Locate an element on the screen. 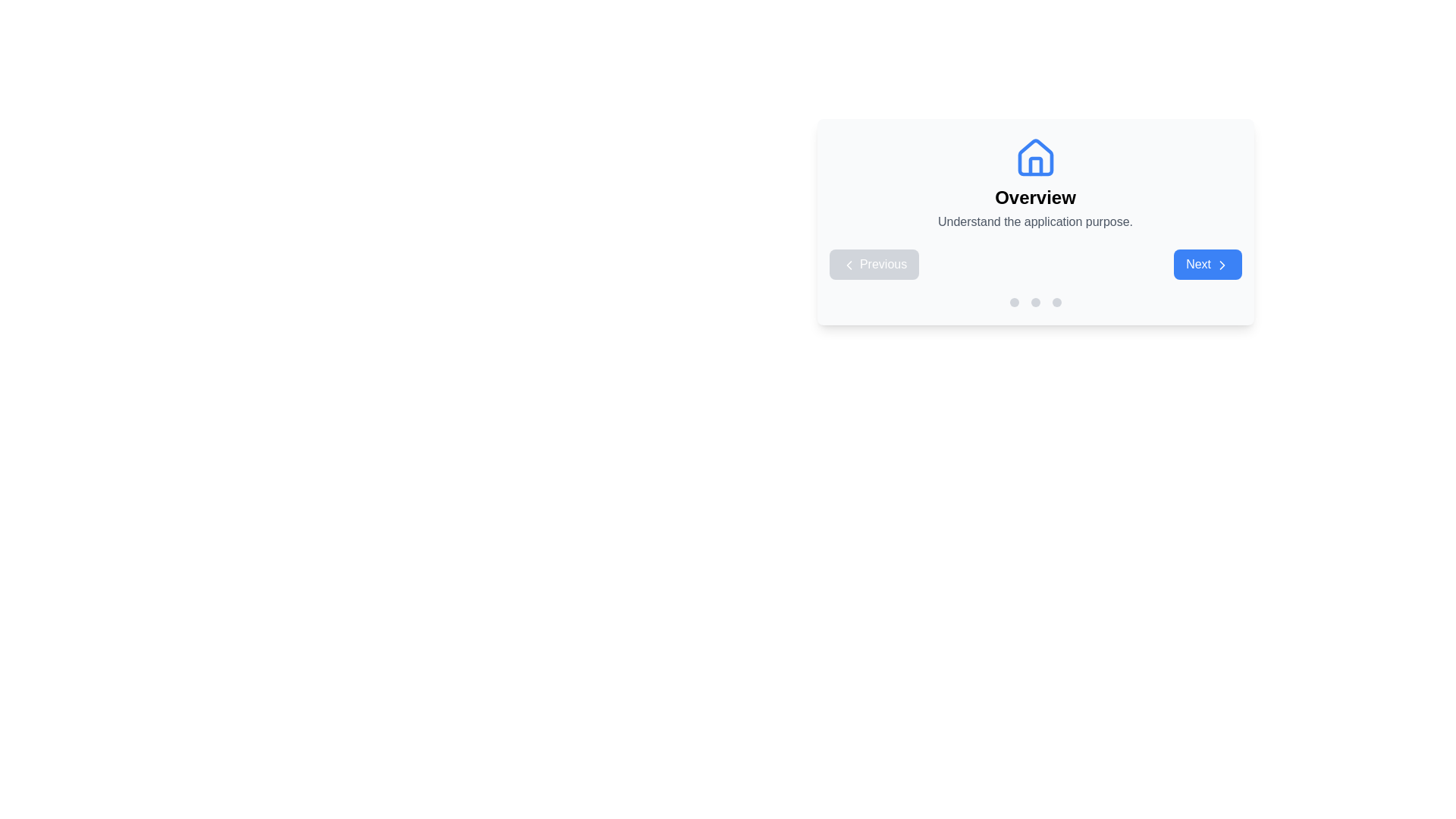 The image size is (1456, 819). the state of the second pagination dot indicating the currently active page in the horizontally aligned pagination element at the bottom center of the card is located at coordinates (1014, 302).